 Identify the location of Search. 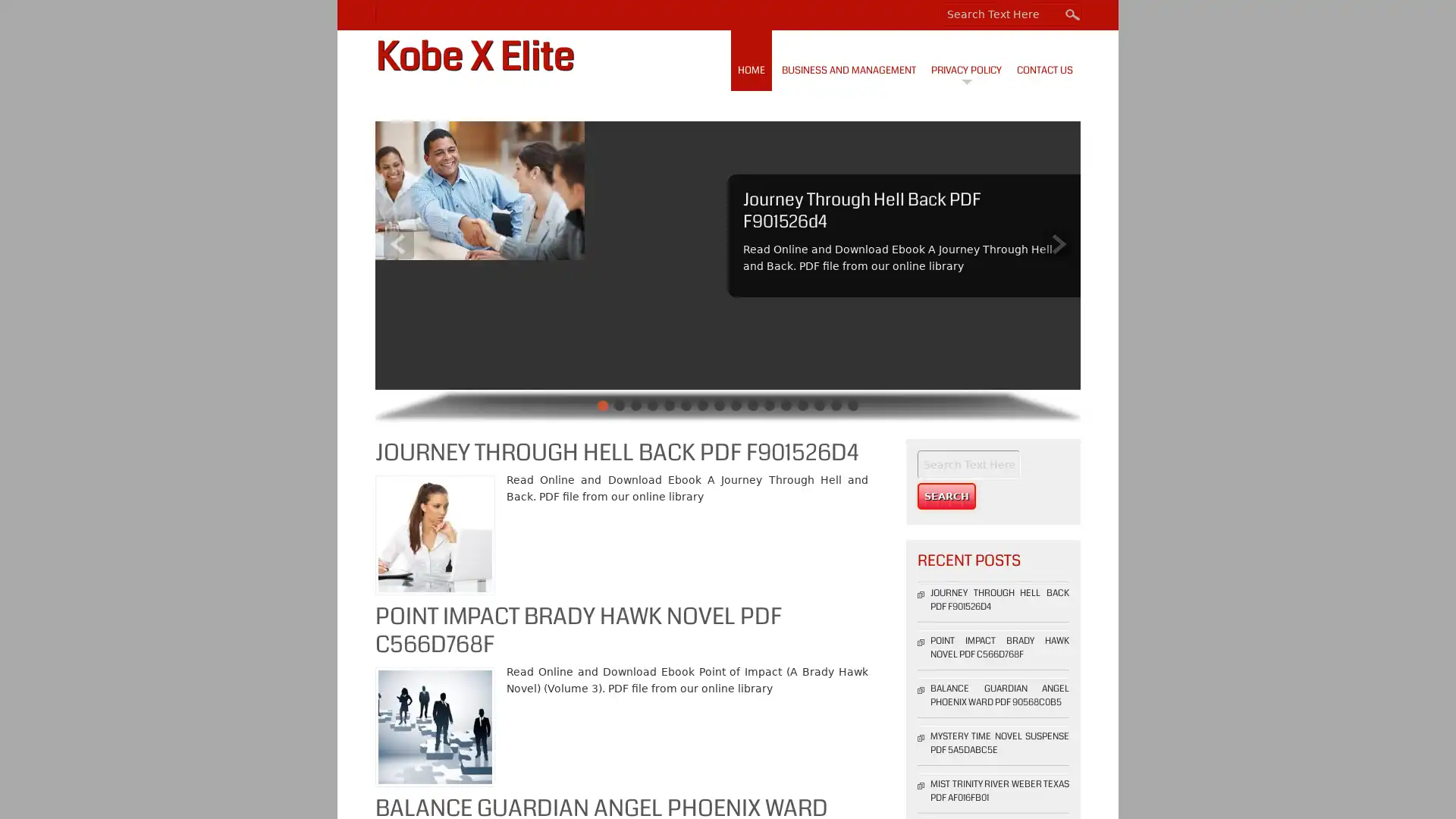
(946, 496).